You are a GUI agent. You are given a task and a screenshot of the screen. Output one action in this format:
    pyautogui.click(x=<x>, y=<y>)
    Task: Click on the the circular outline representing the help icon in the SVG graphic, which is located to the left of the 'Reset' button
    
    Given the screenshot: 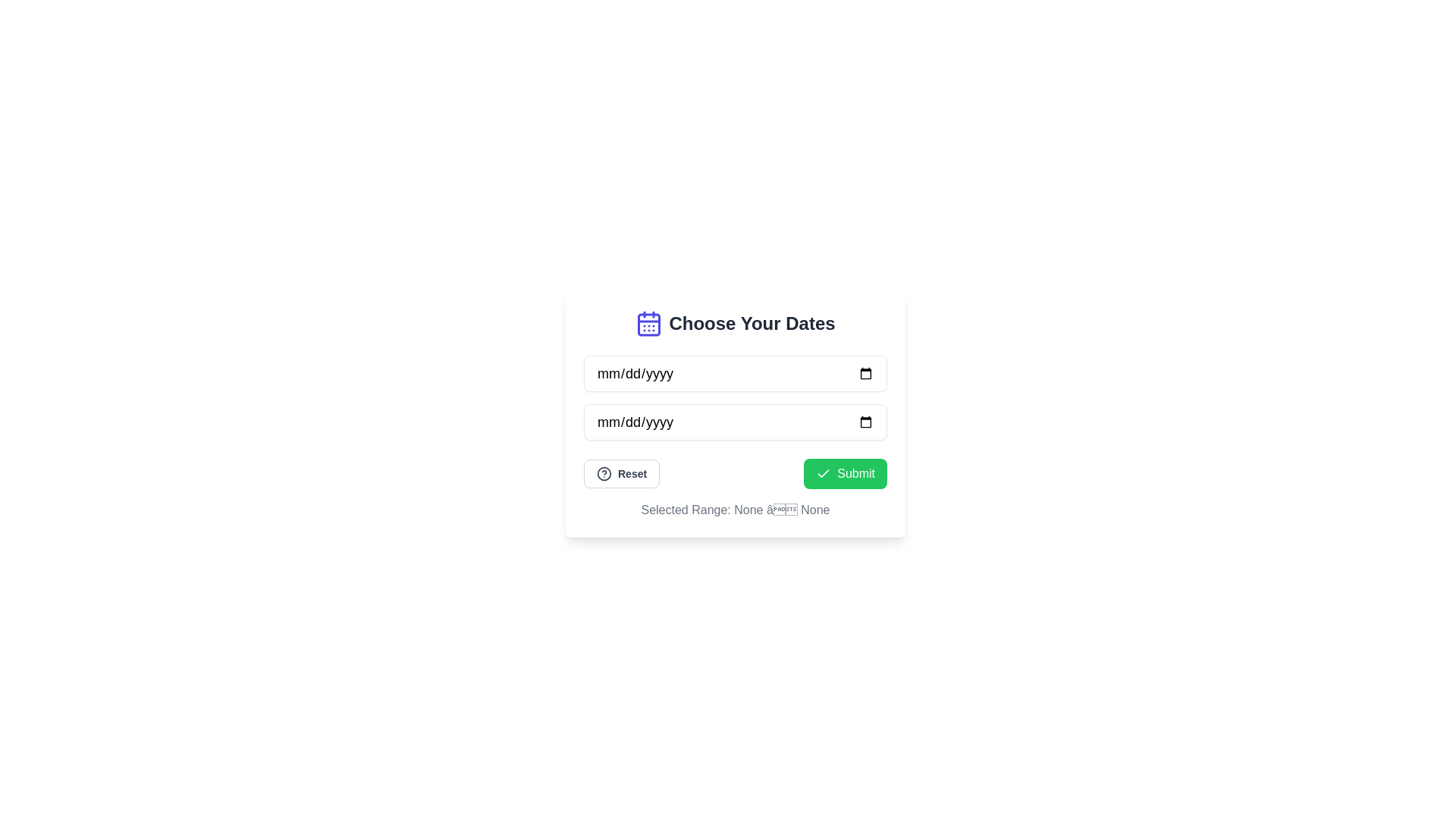 What is the action you would take?
    pyautogui.click(x=603, y=472)
    